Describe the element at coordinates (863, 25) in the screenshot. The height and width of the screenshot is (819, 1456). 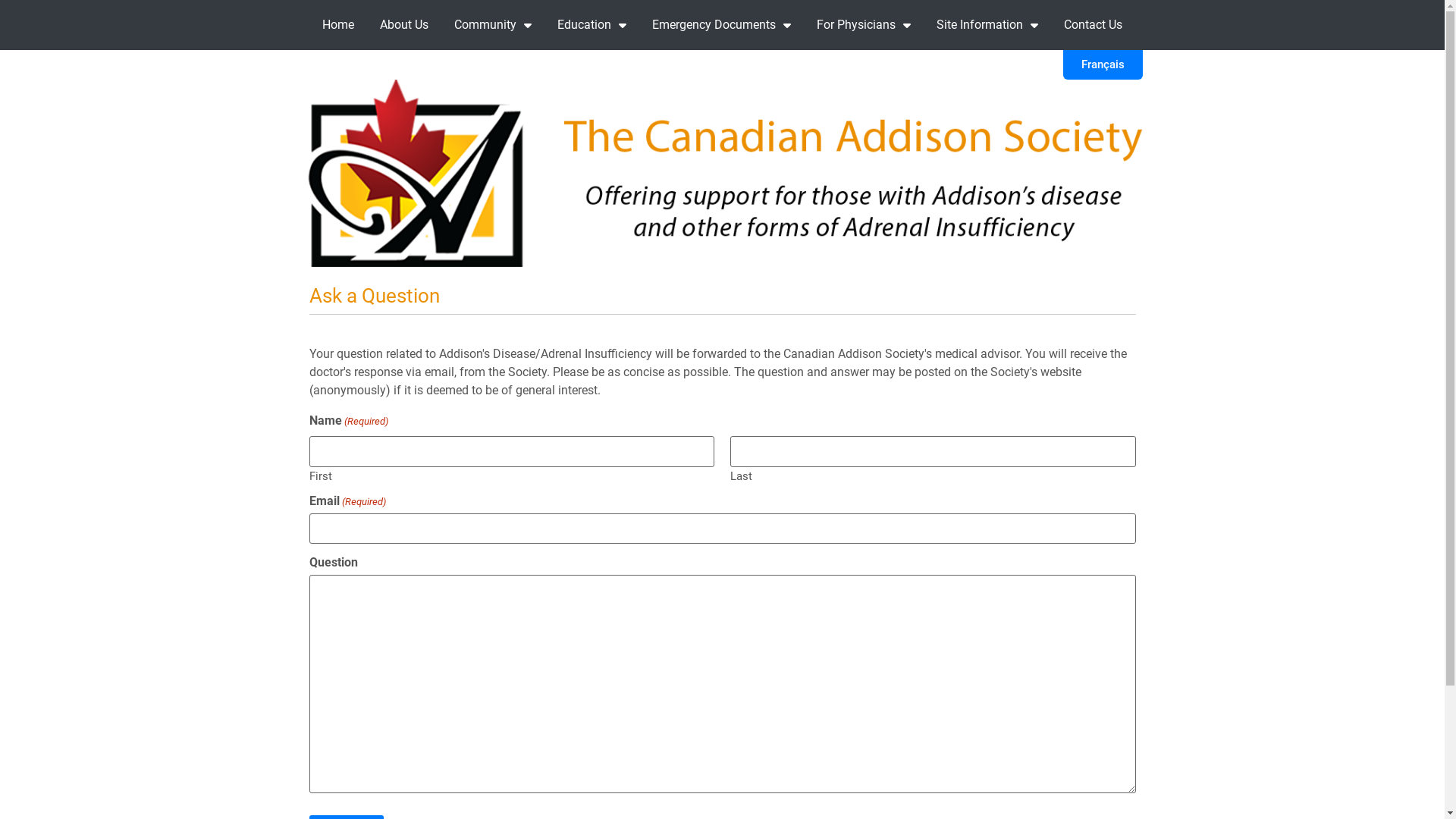
I see `'For Physicians'` at that location.